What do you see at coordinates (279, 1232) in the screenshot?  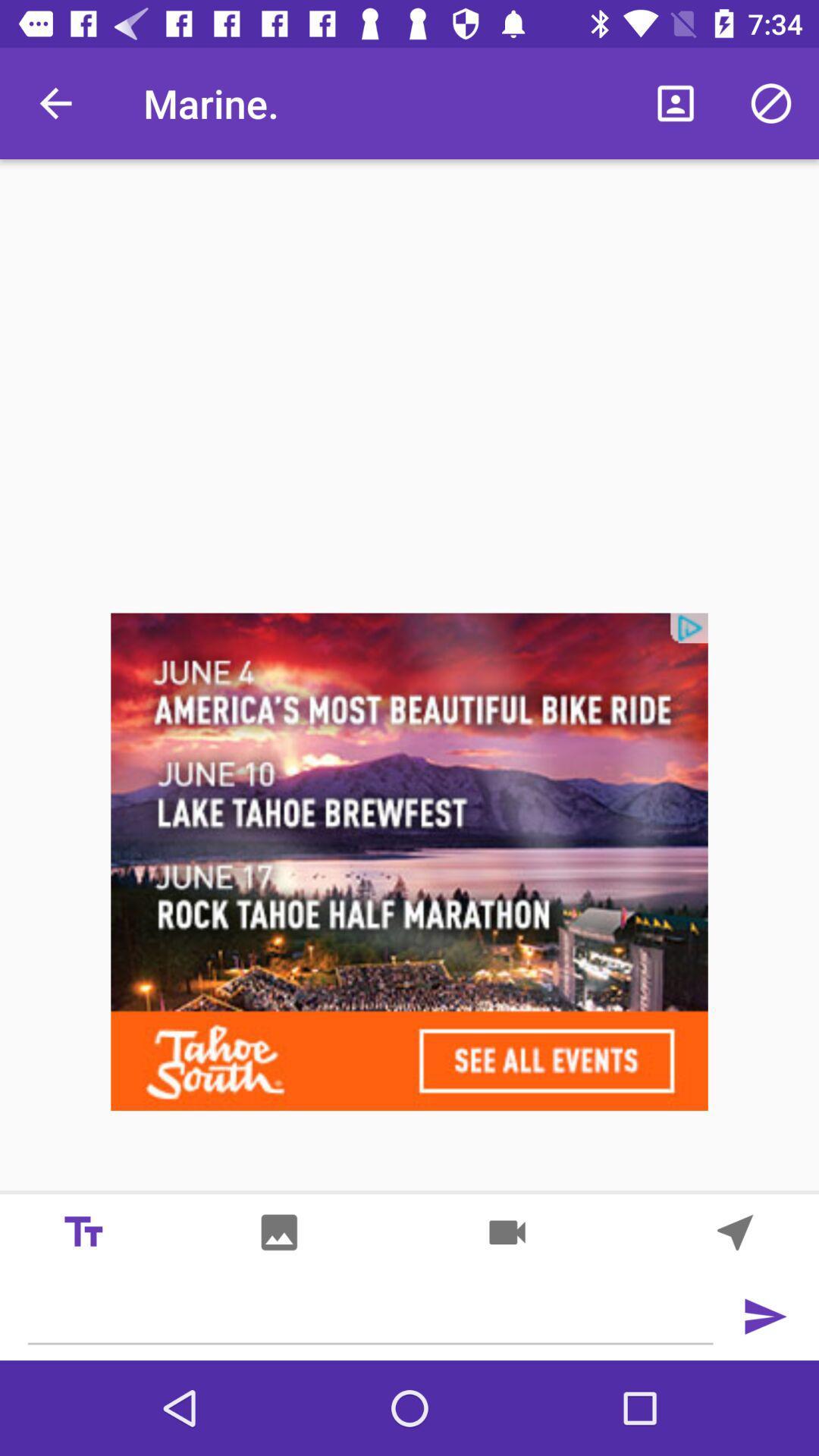 I see `the wallpaper icon` at bounding box center [279, 1232].